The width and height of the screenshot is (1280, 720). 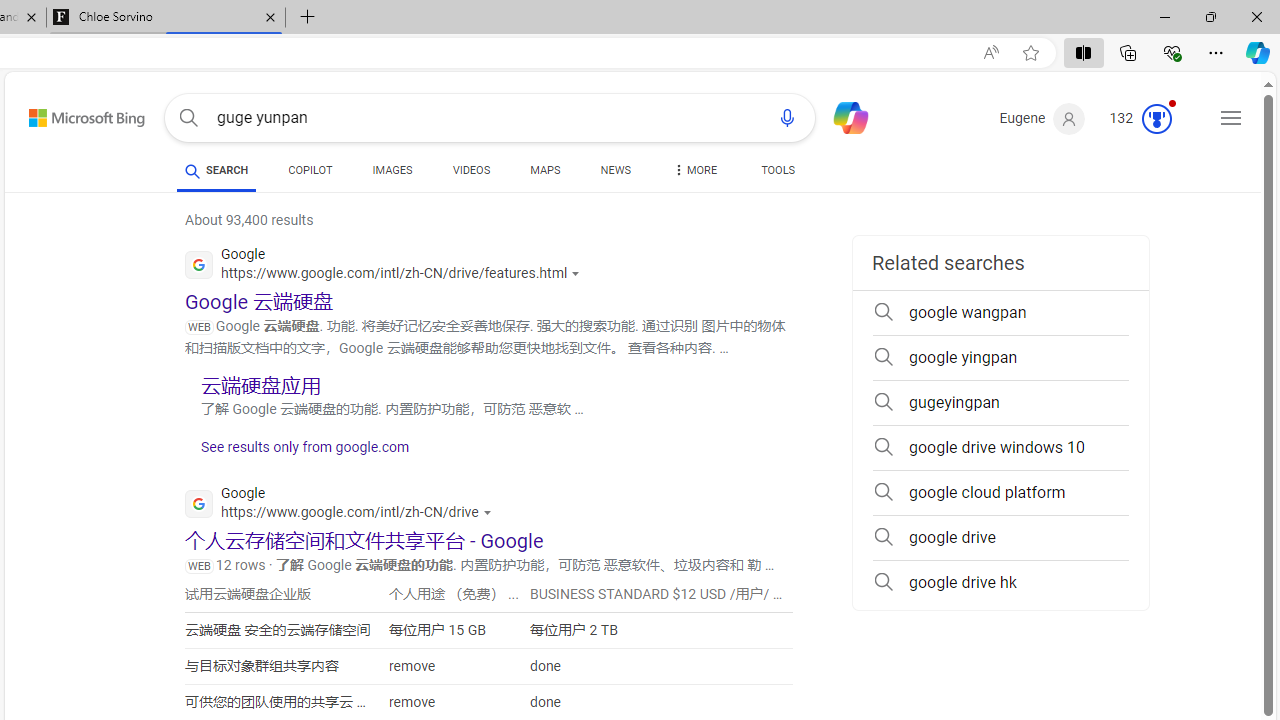 I want to click on 'SEARCH', so click(x=216, y=170).